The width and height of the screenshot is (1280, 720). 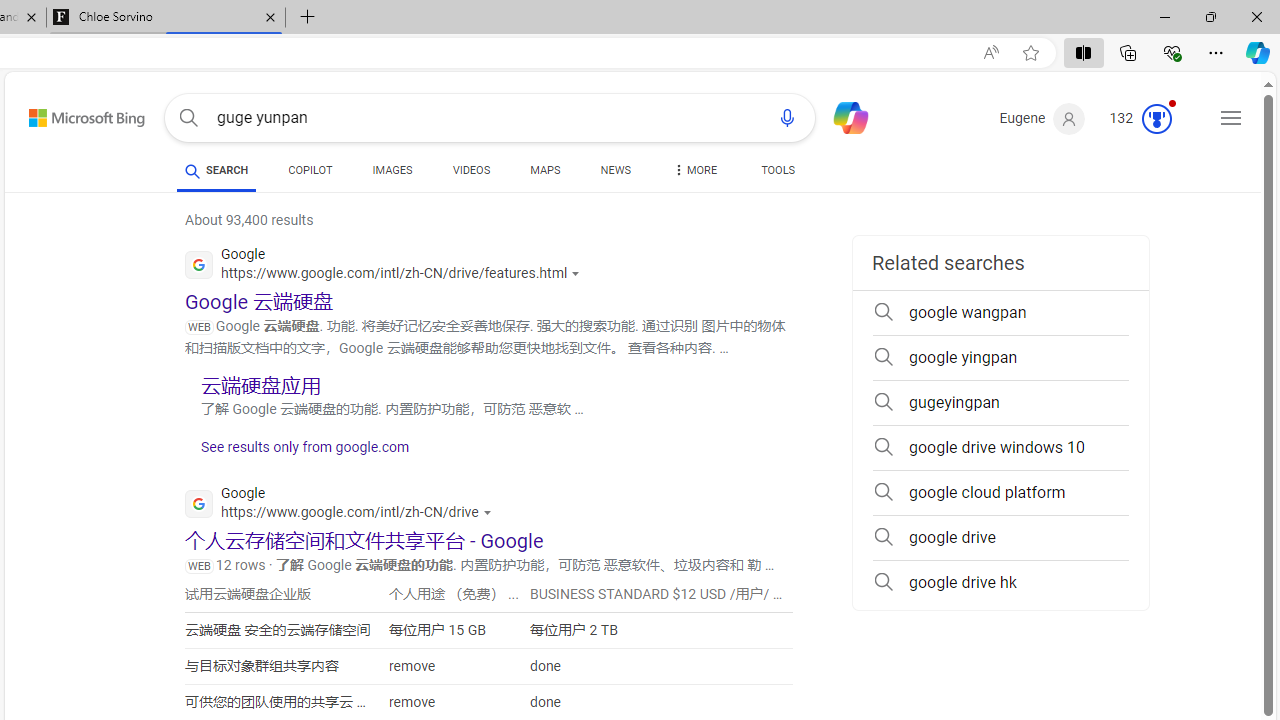 I want to click on 'SEARCH', so click(x=216, y=170).